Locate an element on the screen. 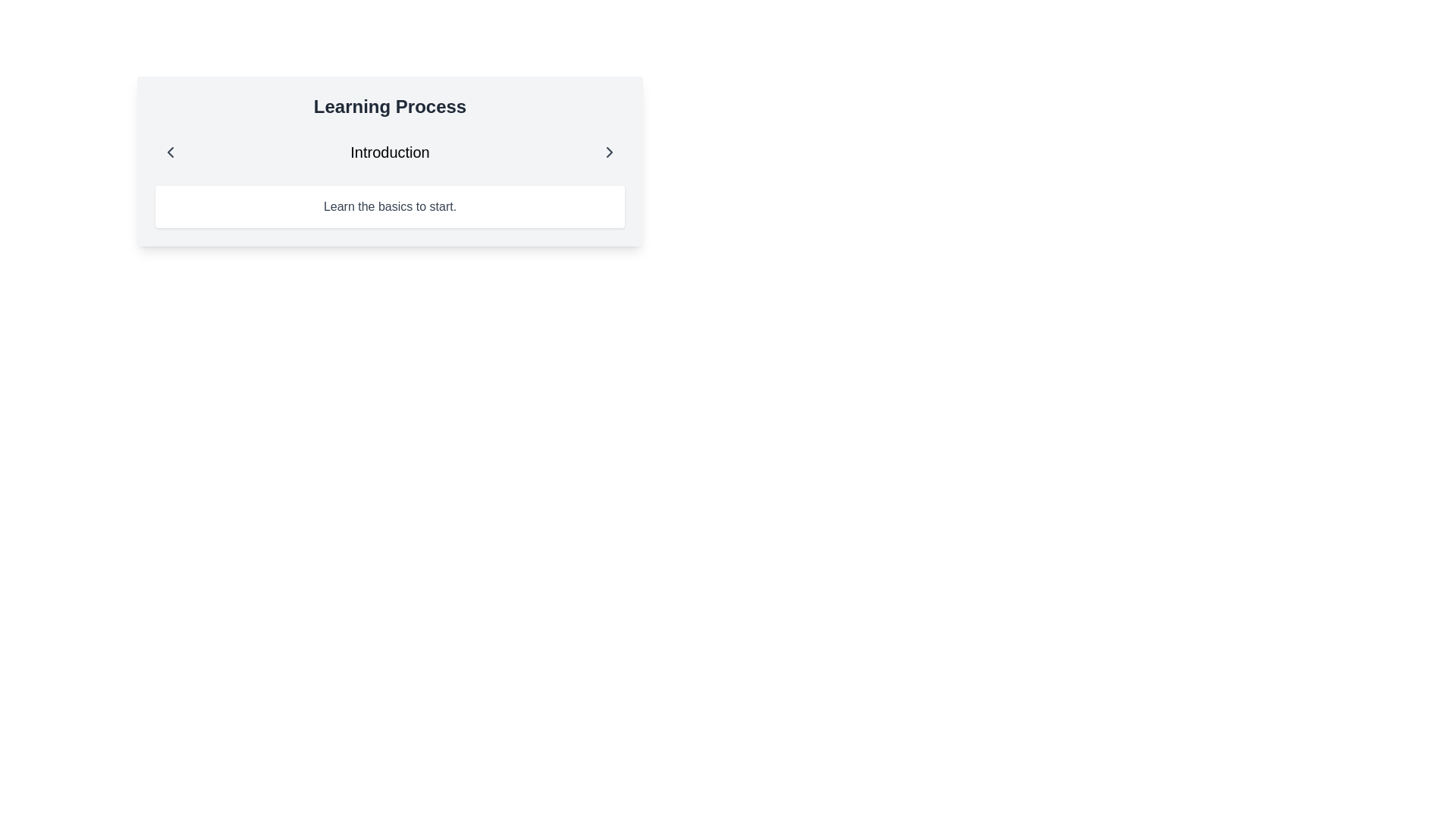  the left-pointing arrow icon, styled with dark color on a light background is located at coordinates (171, 152).